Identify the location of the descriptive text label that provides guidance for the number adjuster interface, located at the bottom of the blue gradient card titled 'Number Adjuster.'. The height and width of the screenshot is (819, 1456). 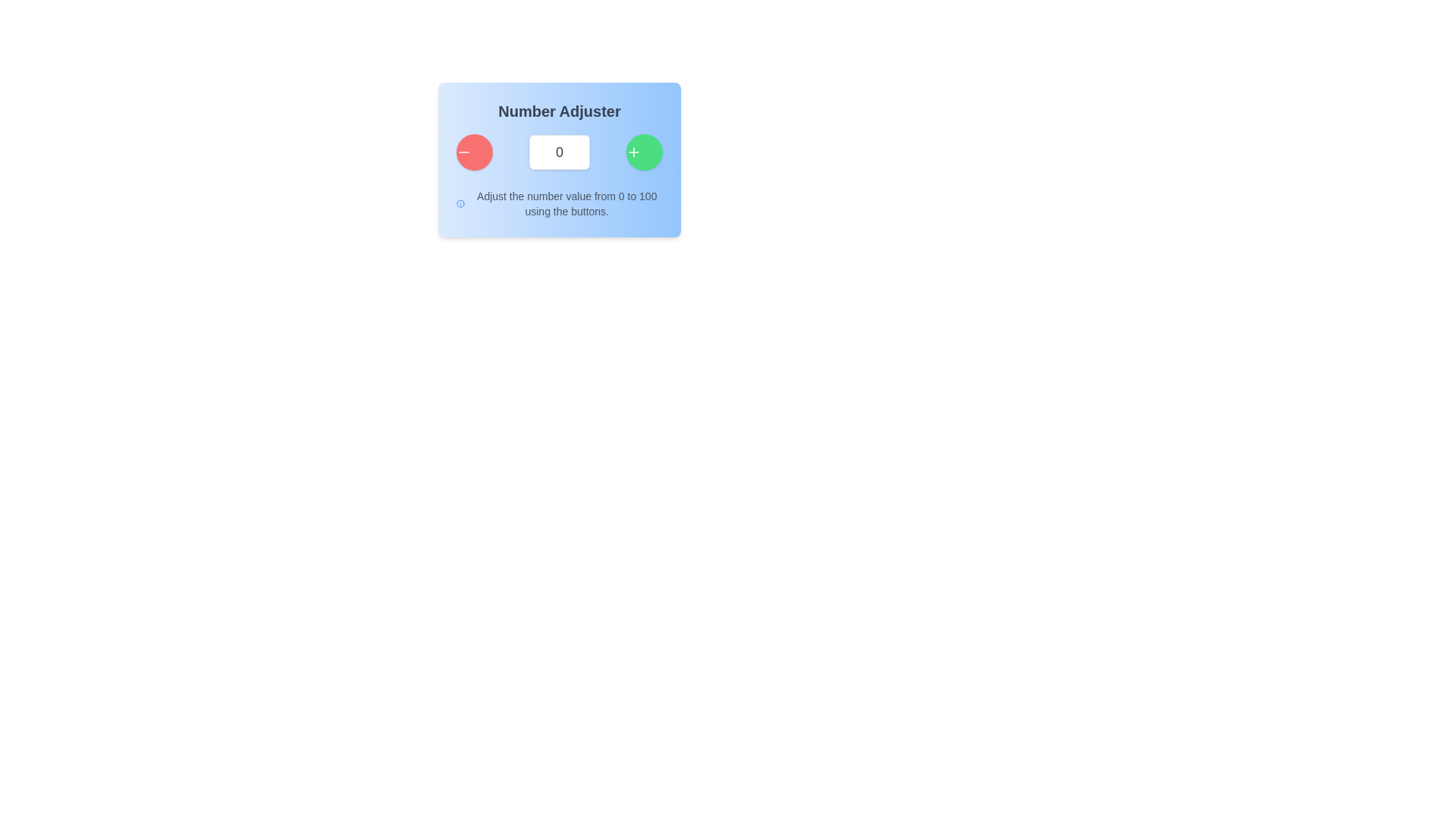
(559, 203).